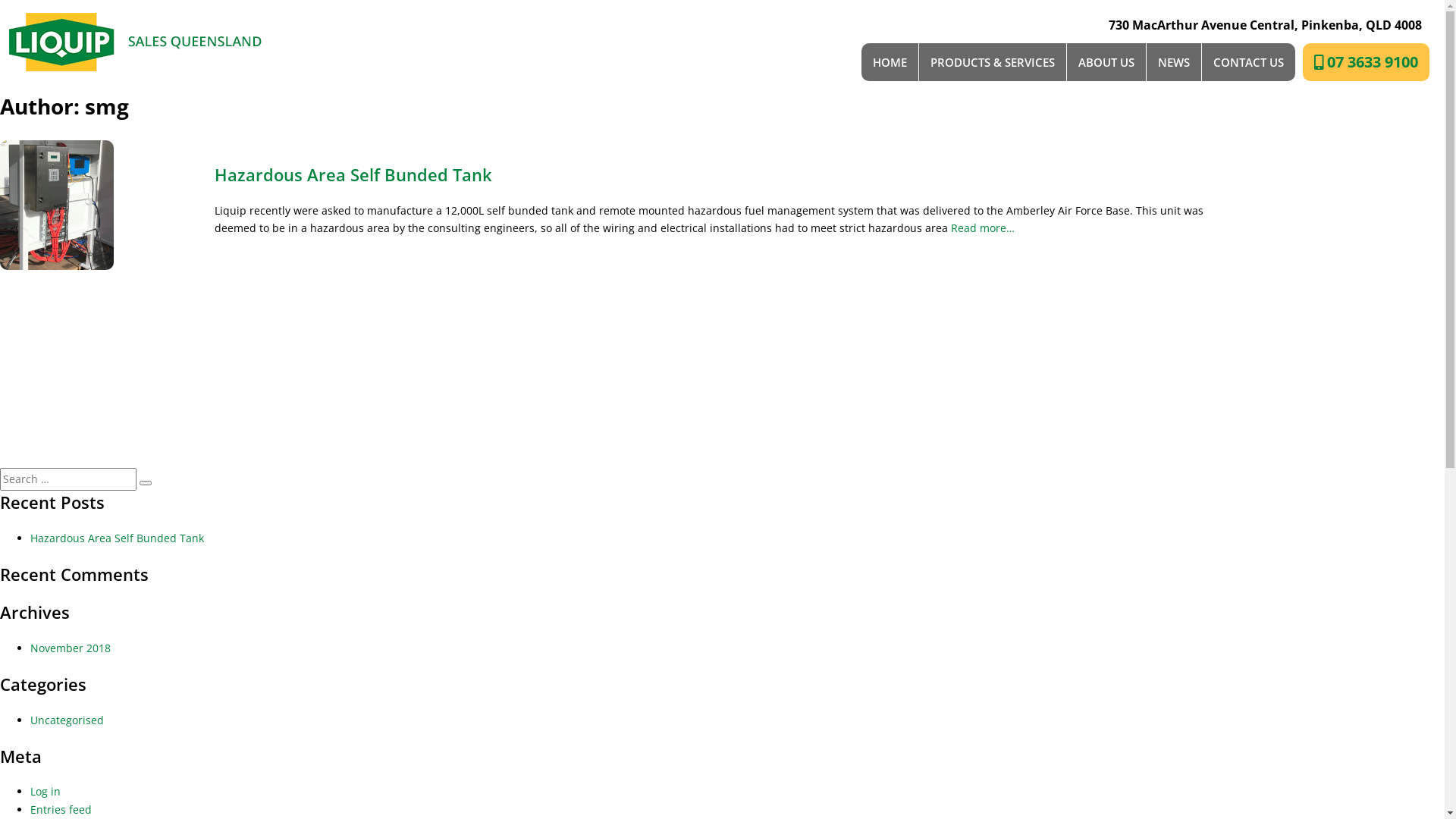 Image resolution: width=1456 pixels, height=819 pixels. I want to click on 'Log in', so click(30, 790).